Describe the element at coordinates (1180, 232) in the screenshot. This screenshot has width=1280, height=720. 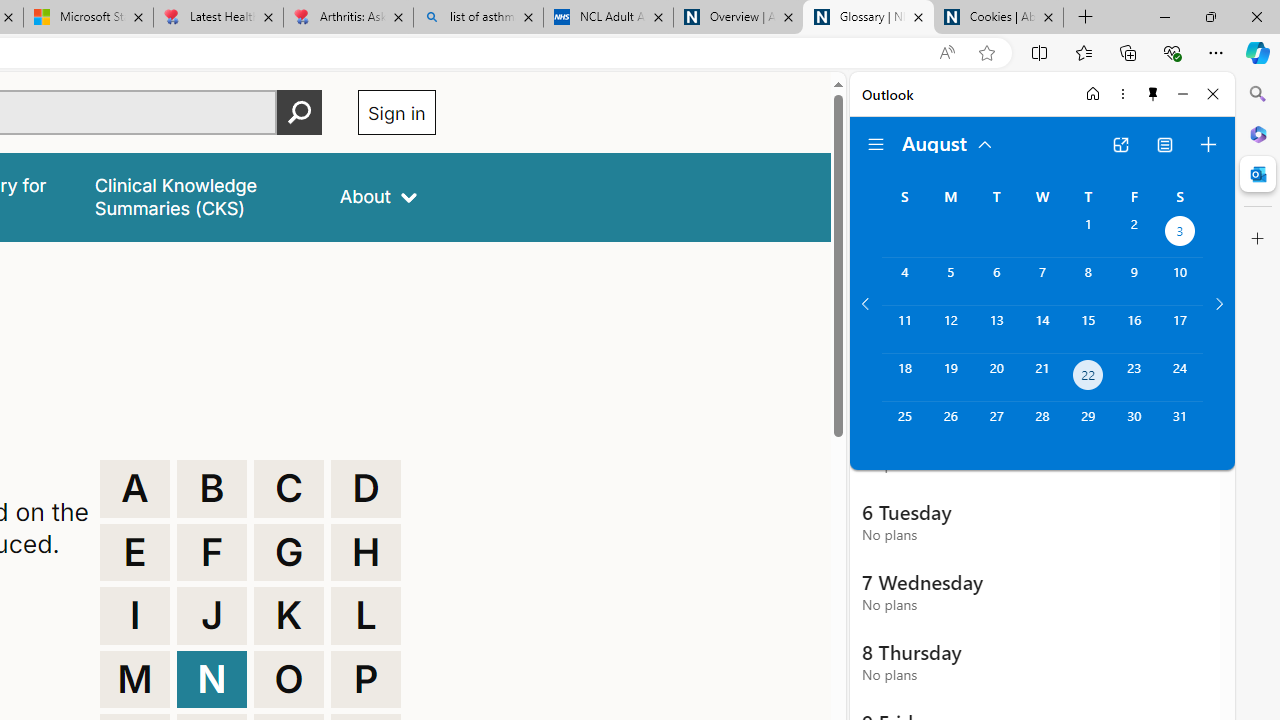
I see `'Saturday, August 3, 2024. Date selected. '` at that location.